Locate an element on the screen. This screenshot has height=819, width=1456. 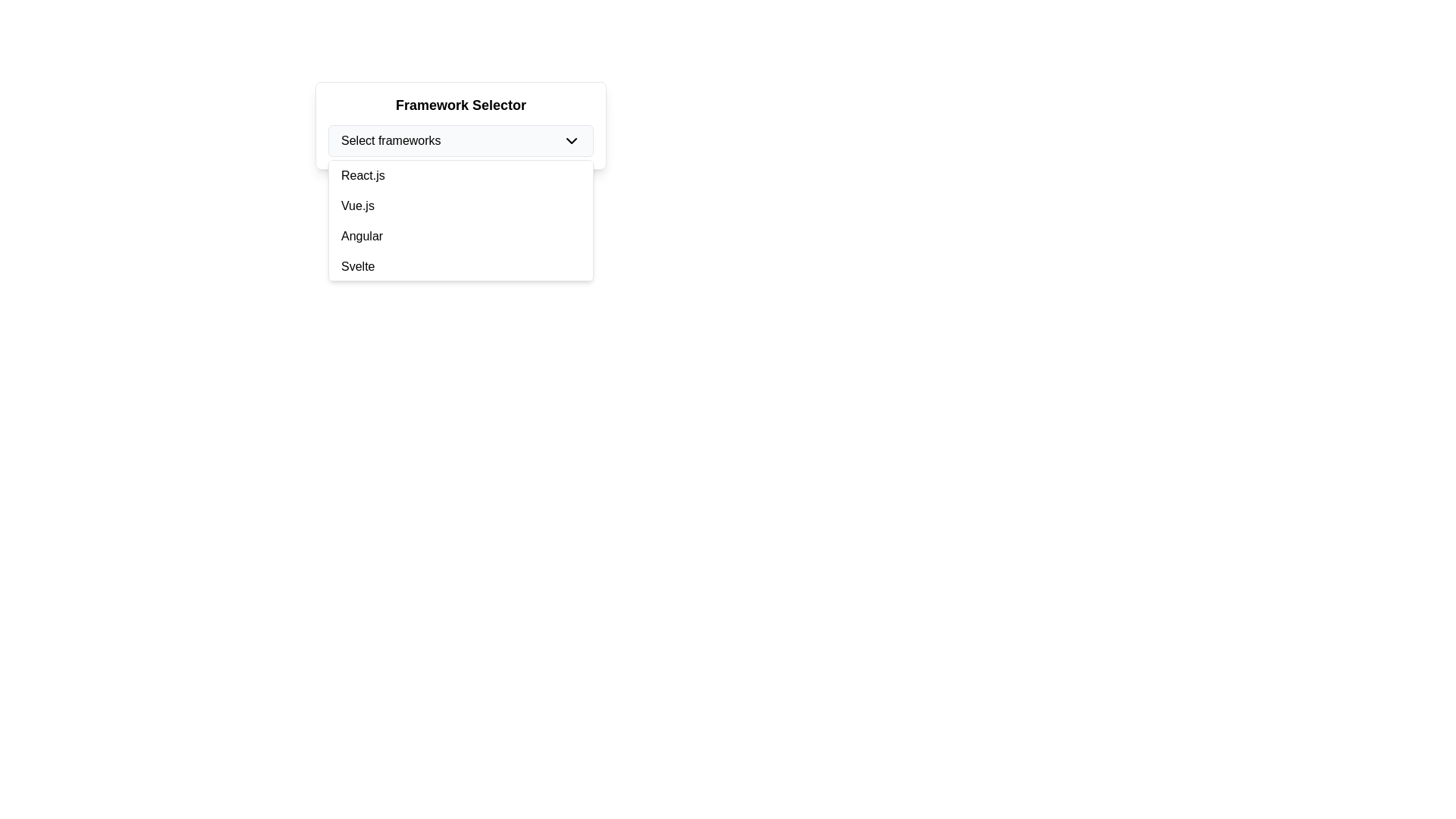
the first item in the dropdown menu labeled 'React.js' is located at coordinates (460, 174).